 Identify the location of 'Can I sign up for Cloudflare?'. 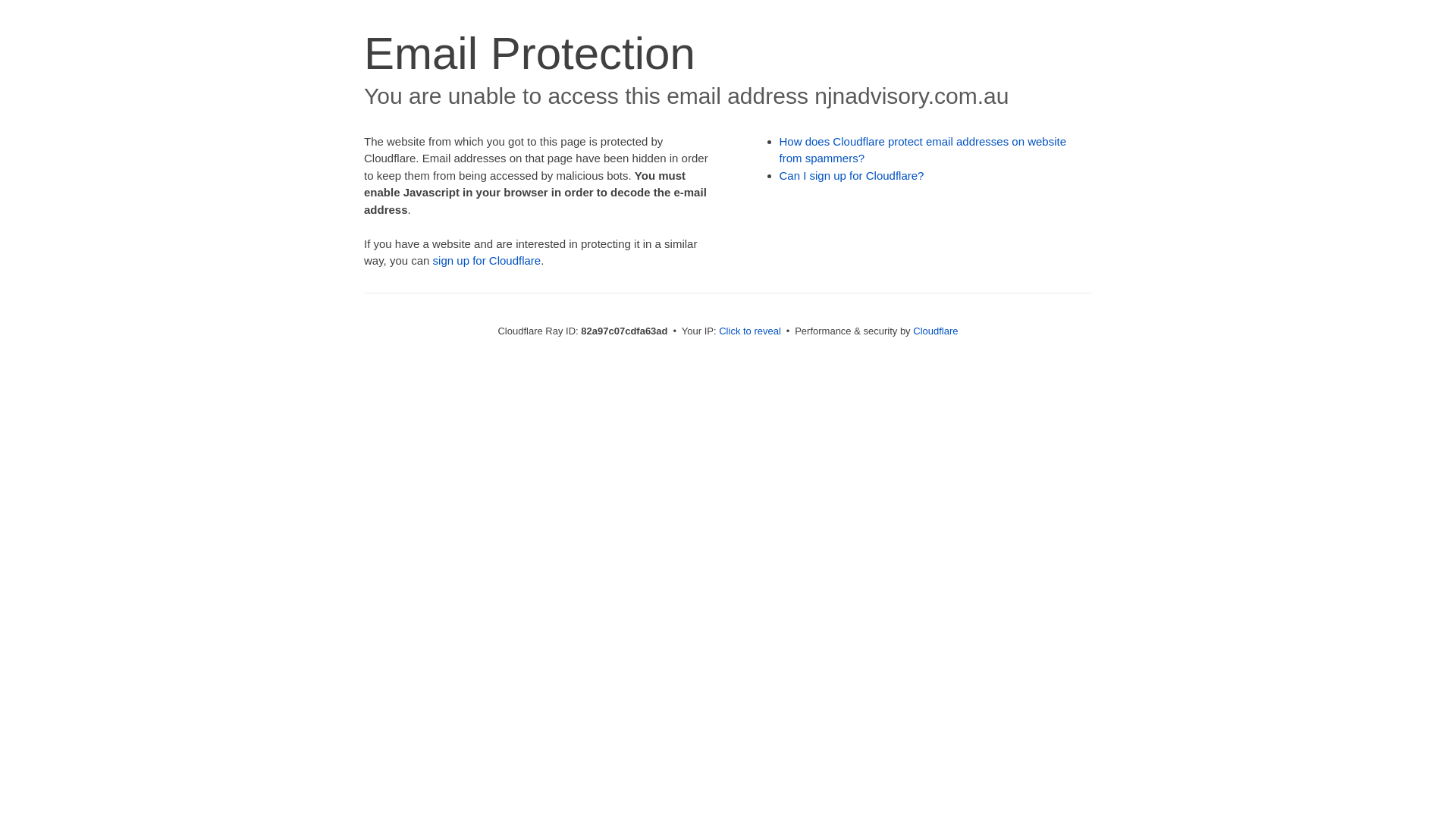
(852, 174).